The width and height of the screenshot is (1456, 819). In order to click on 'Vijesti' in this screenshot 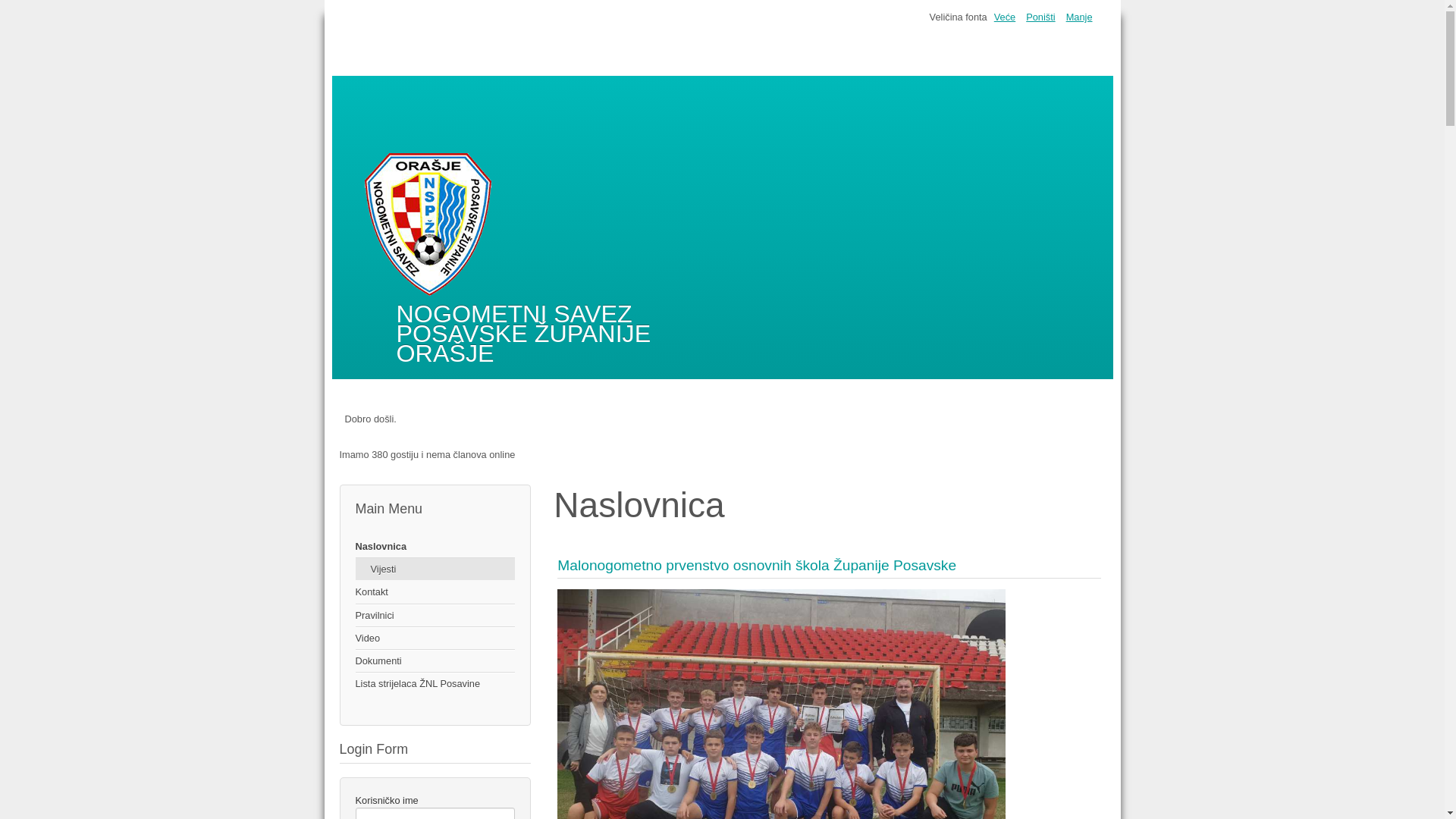, I will do `click(434, 569)`.